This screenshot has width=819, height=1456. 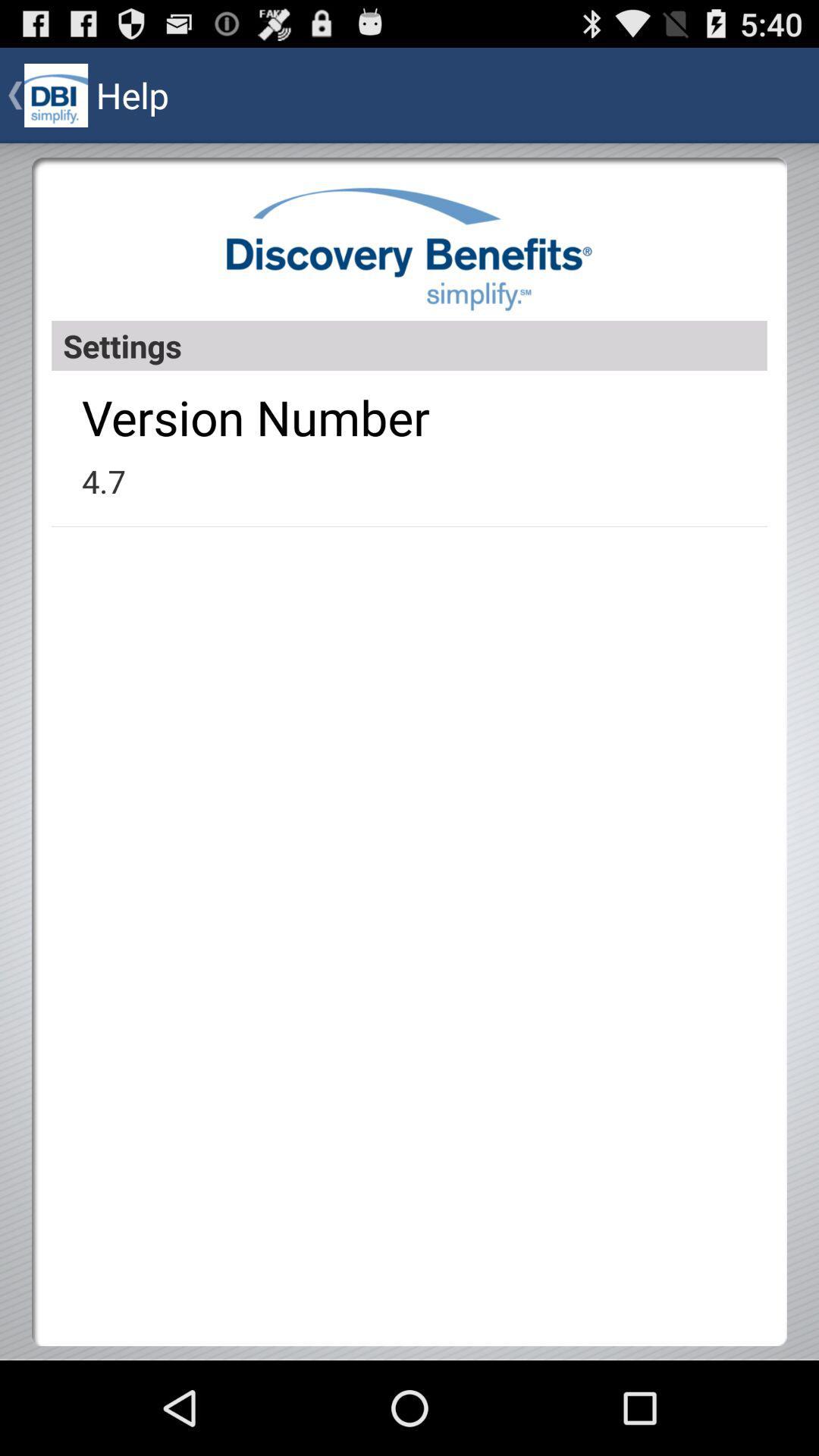 What do you see at coordinates (255, 417) in the screenshot?
I see `the icon above 4.7 app` at bounding box center [255, 417].